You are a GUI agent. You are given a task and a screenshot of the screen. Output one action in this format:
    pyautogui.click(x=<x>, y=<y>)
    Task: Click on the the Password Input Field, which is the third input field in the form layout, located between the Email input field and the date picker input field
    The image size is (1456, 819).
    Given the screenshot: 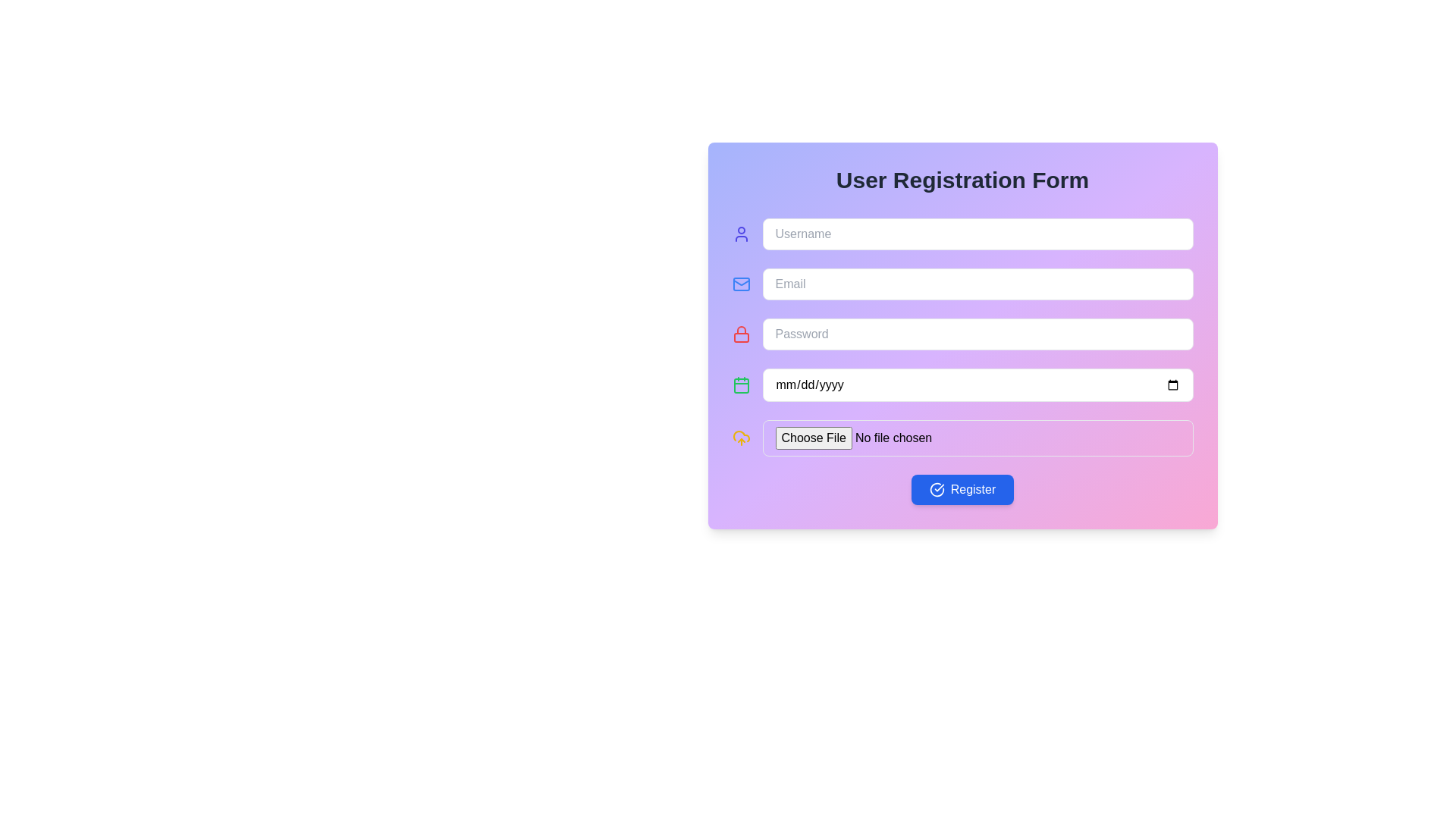 What is the action you would take?
    pyautogui.click(x=977, y=333)
    